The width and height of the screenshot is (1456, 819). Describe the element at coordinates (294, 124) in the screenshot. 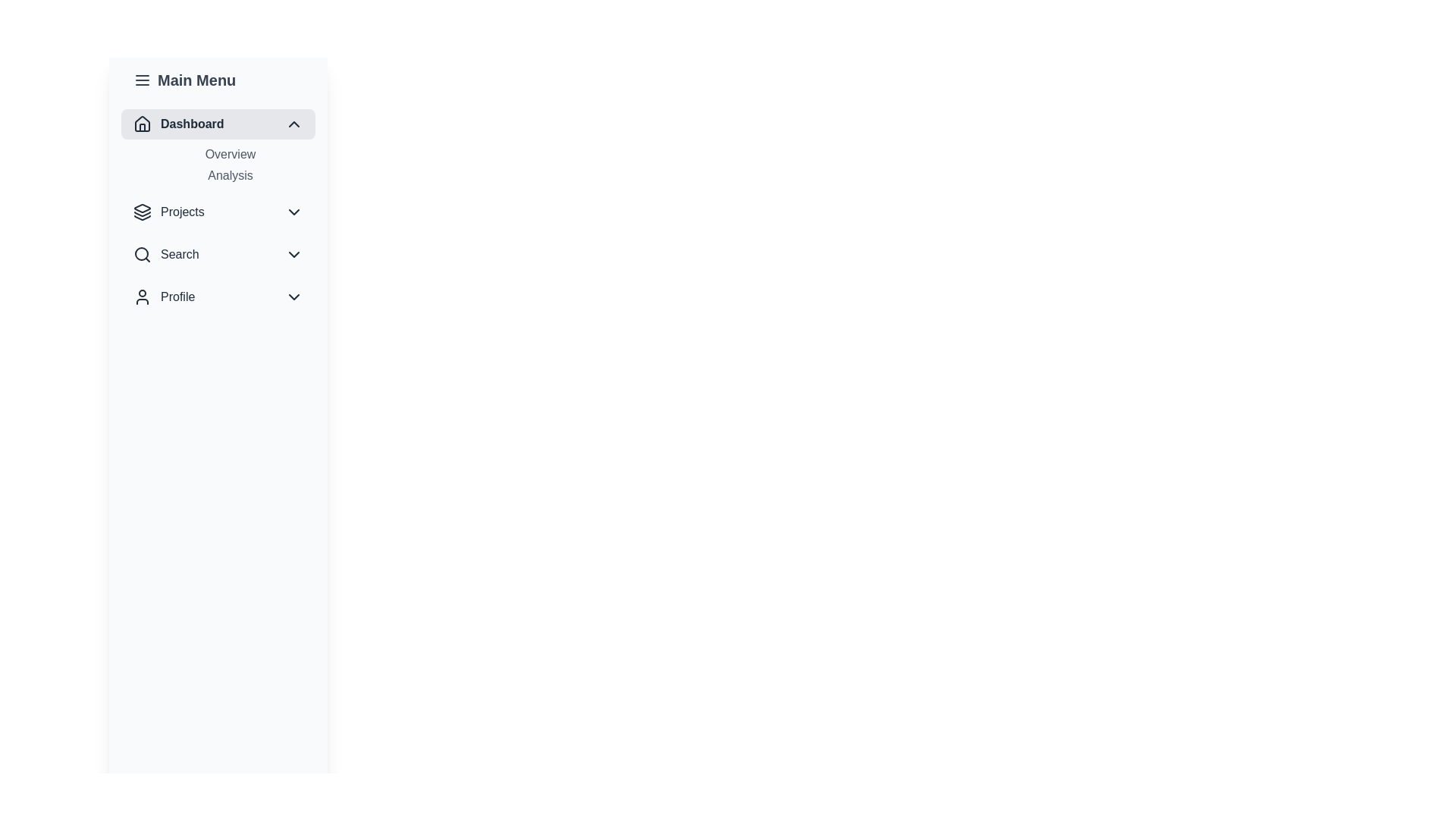

I see `the upward-pointing chevron icon located at the far right of the 'Dashboard' button` at that location.